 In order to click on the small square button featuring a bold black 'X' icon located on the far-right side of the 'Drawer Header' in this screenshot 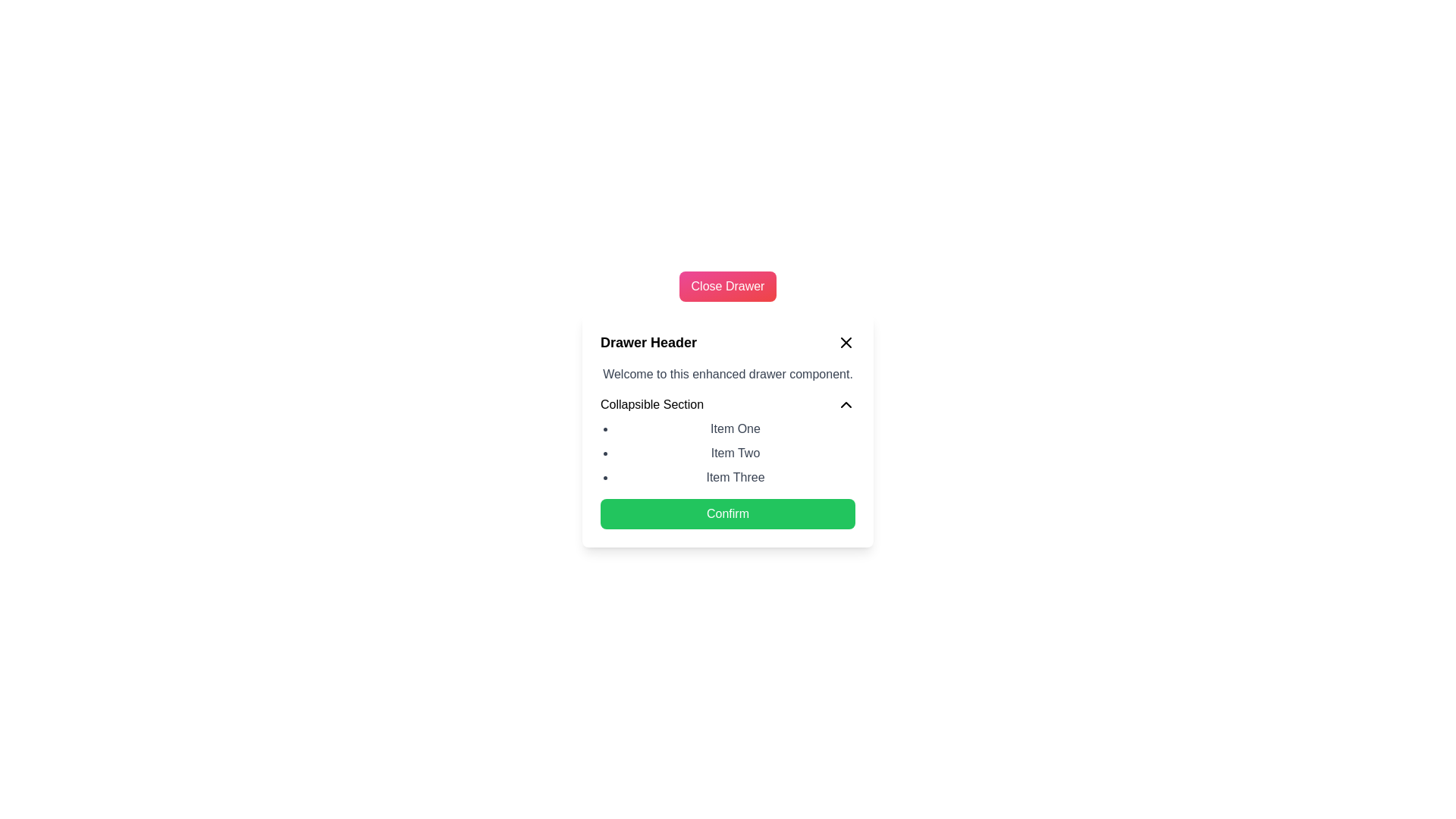, I will do `click(846, 342)`.